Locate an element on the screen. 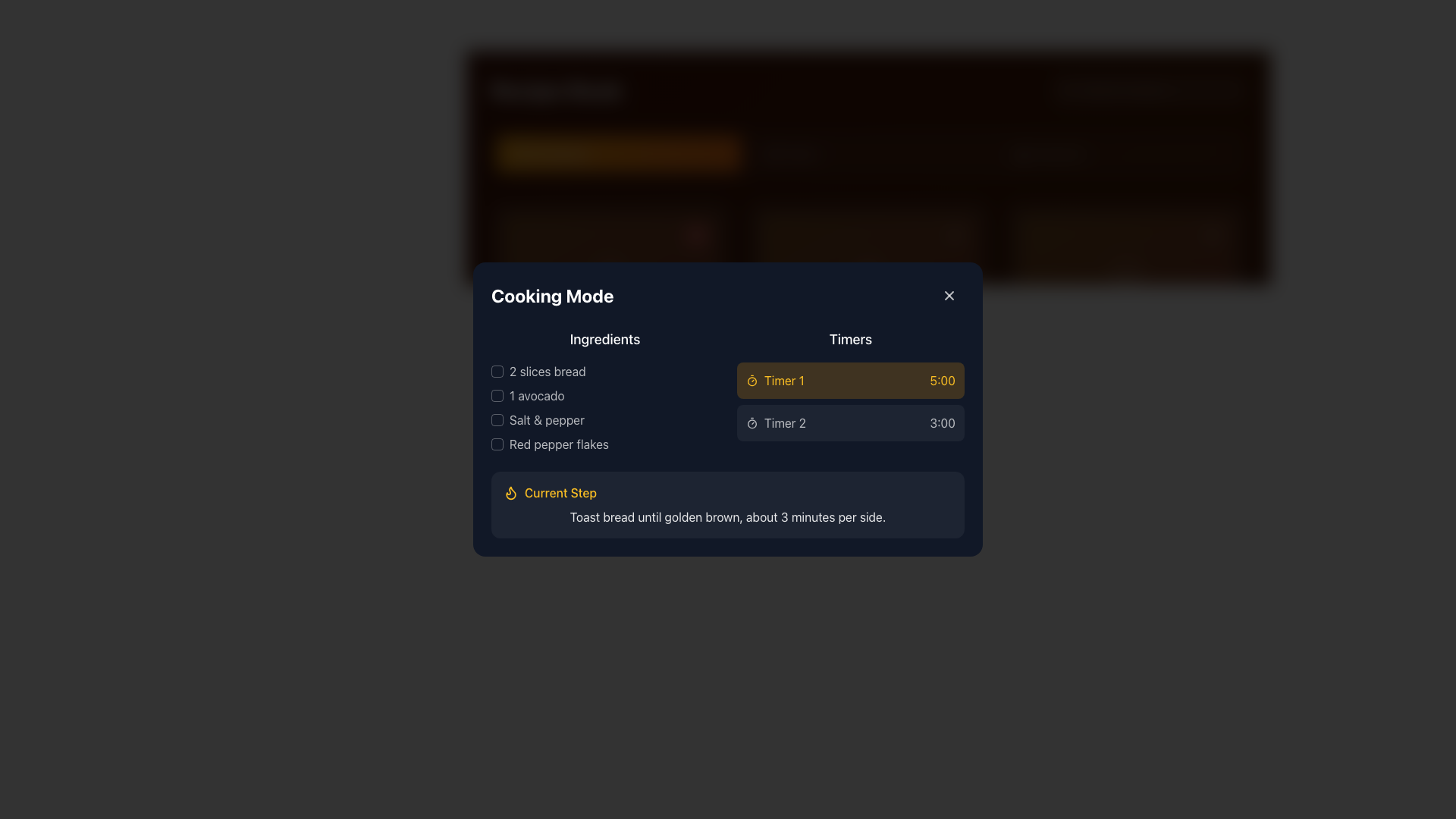 The width and height of the screenshot is (1456, 819). the visual representation of the circle element that represents the lens of a magnifying glass in the search icon located at the top-left of the header bar is located at coordinates (1066, 89).